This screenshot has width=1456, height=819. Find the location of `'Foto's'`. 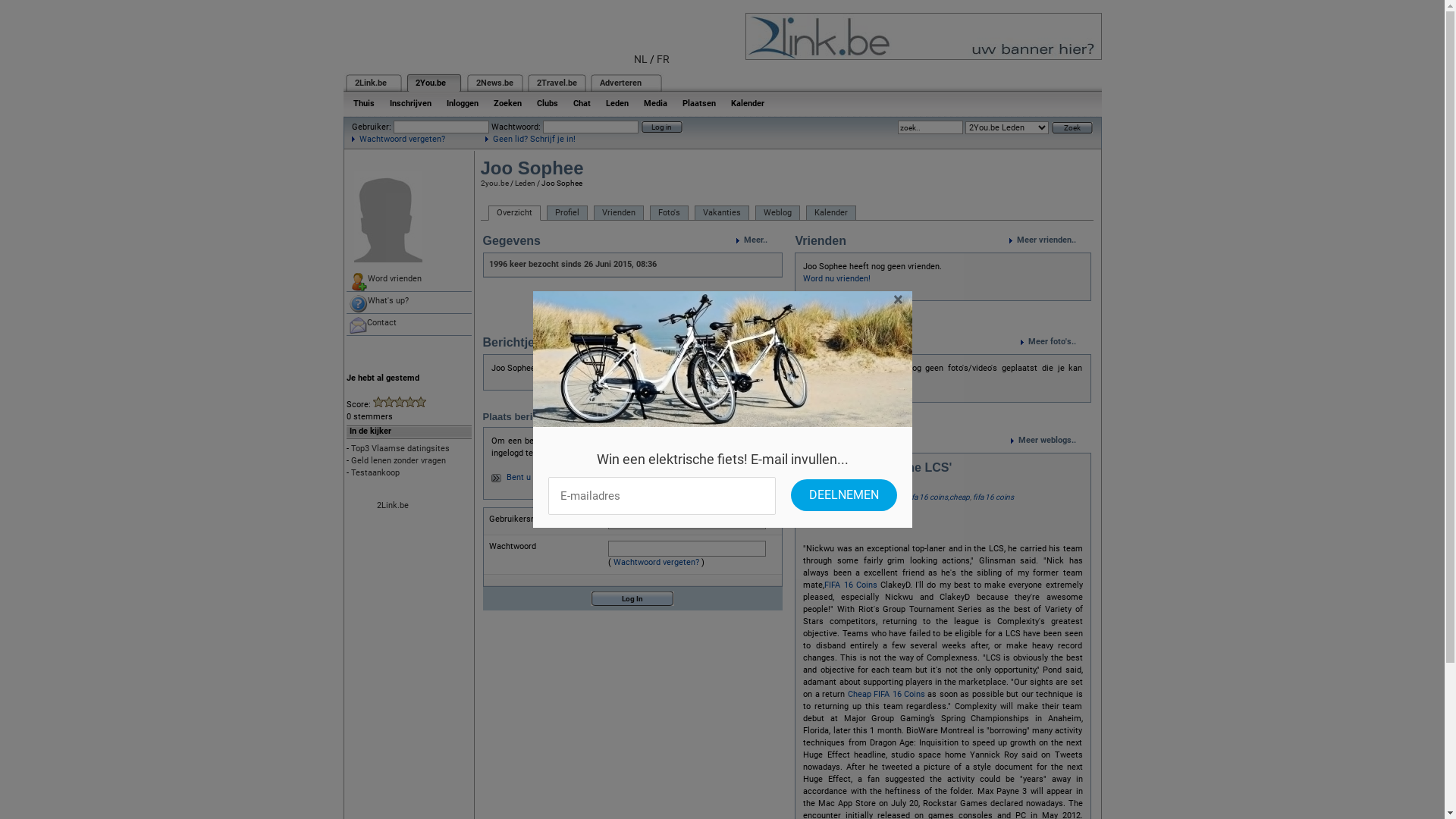

'Foto's' is located at coordinates (667, 213).